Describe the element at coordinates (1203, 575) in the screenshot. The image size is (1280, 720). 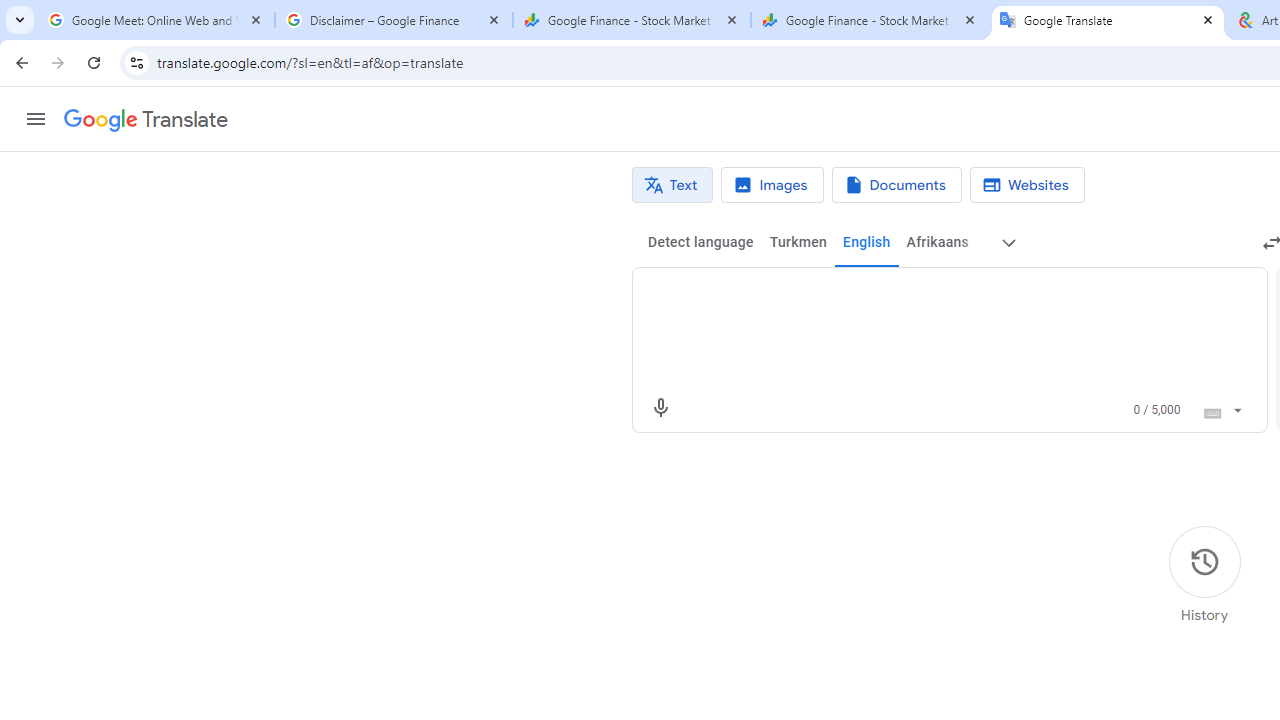
I see `'History'` at that location.